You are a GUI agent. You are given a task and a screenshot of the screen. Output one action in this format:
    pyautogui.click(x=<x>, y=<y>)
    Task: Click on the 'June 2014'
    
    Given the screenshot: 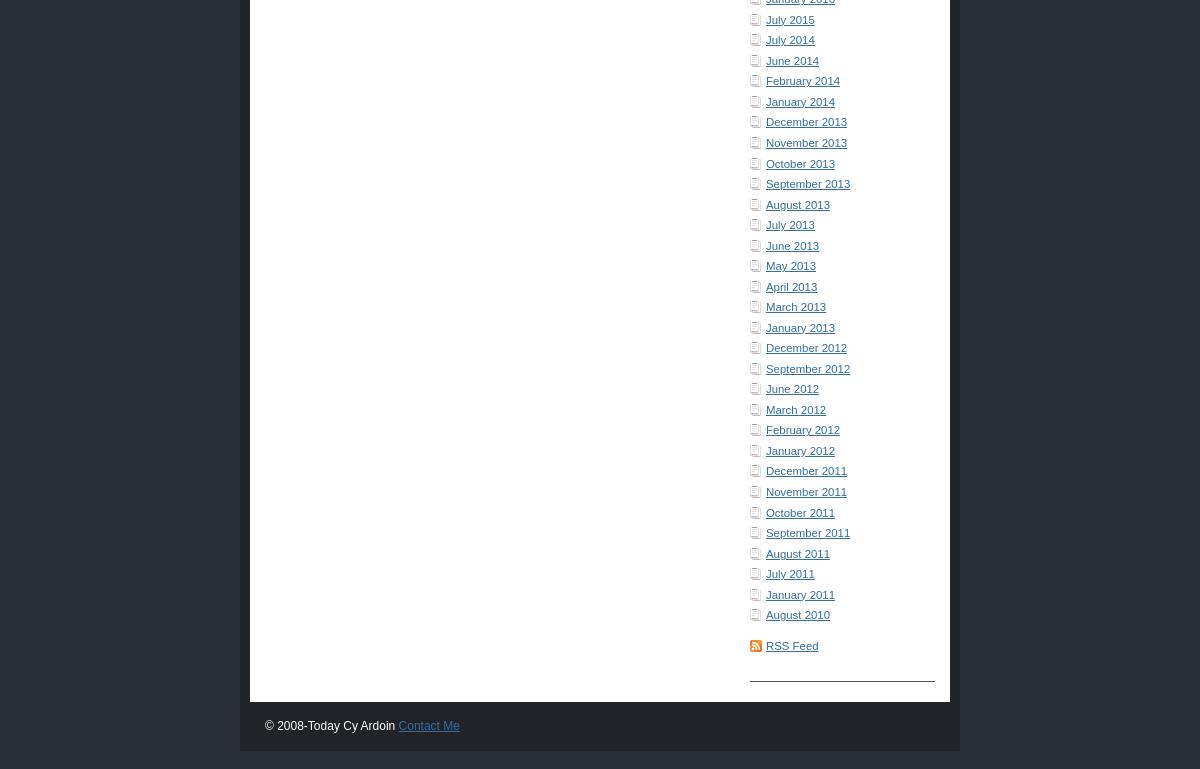 What is the action you would take?
    pyautogui.click(x=791, y=59)
    